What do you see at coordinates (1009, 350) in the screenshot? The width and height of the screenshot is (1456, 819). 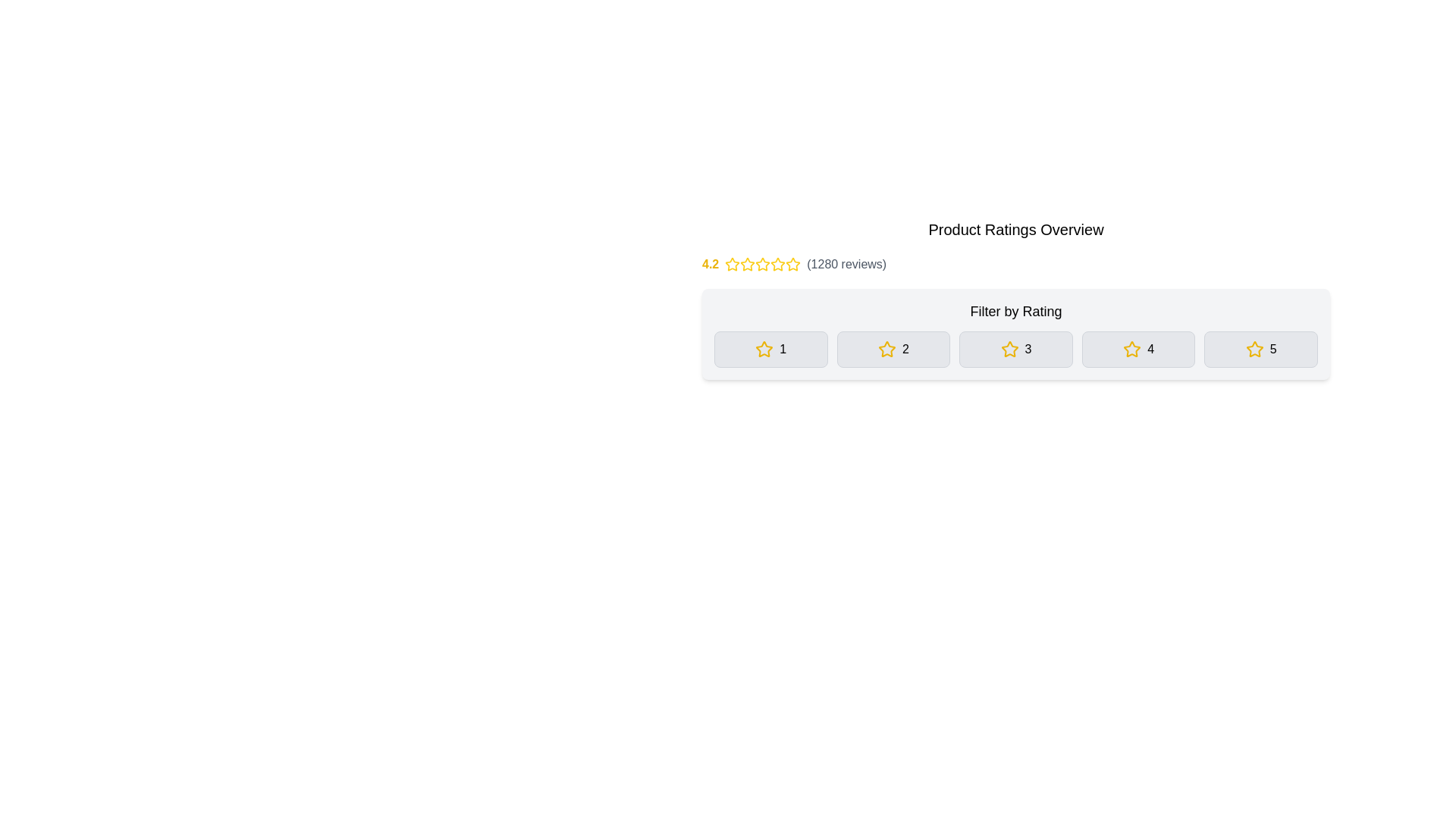 I see `the star icon that indicates a rating of three in the horizontal list of five buttons under 'Filter by Rating'` at bounding box center [1009, 350].